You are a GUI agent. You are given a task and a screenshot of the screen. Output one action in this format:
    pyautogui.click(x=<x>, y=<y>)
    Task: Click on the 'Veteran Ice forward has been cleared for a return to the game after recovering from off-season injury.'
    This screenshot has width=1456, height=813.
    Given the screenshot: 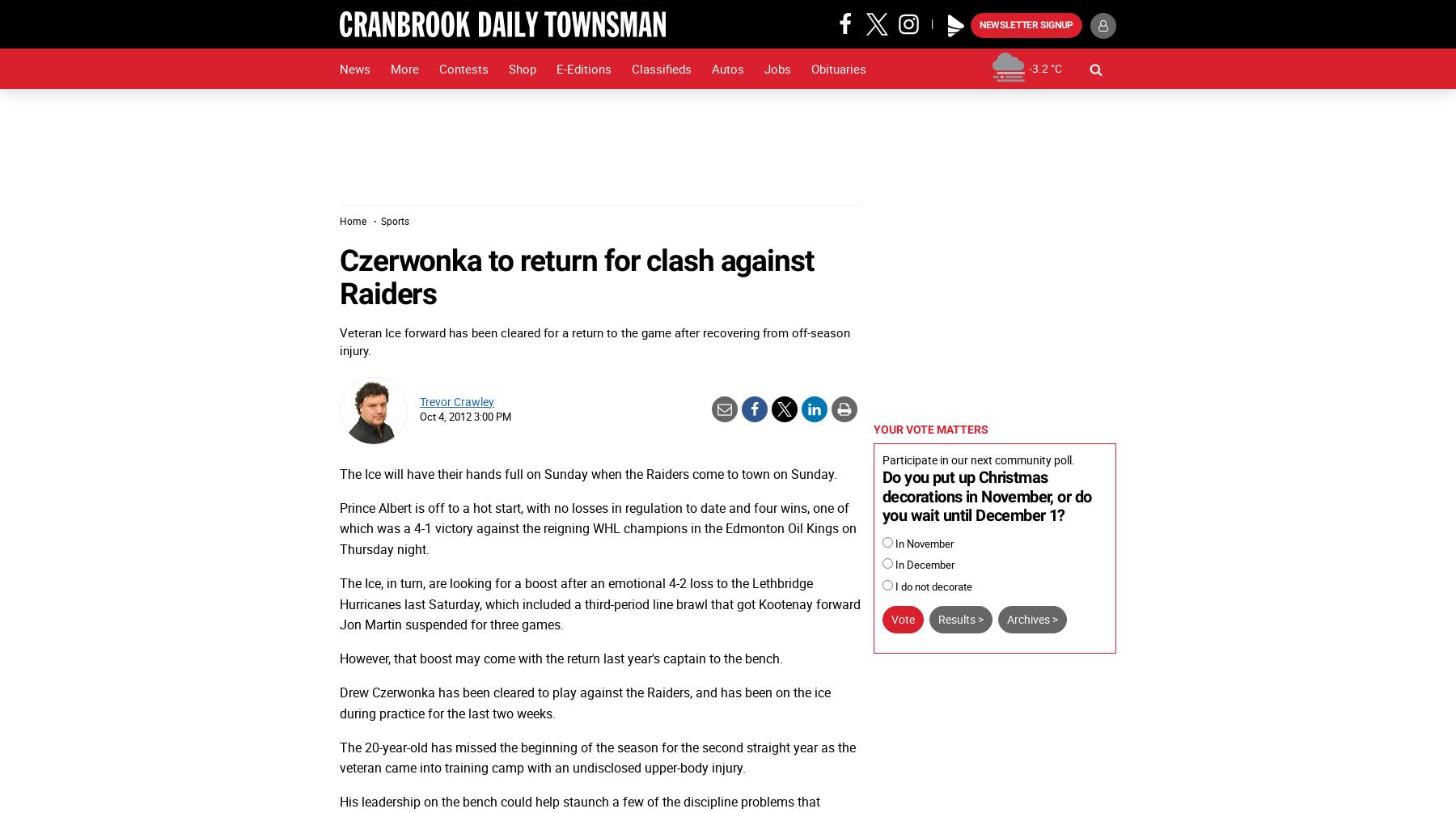 What is the action you would take?
    pyautogui.click(x=594, y=340)
    